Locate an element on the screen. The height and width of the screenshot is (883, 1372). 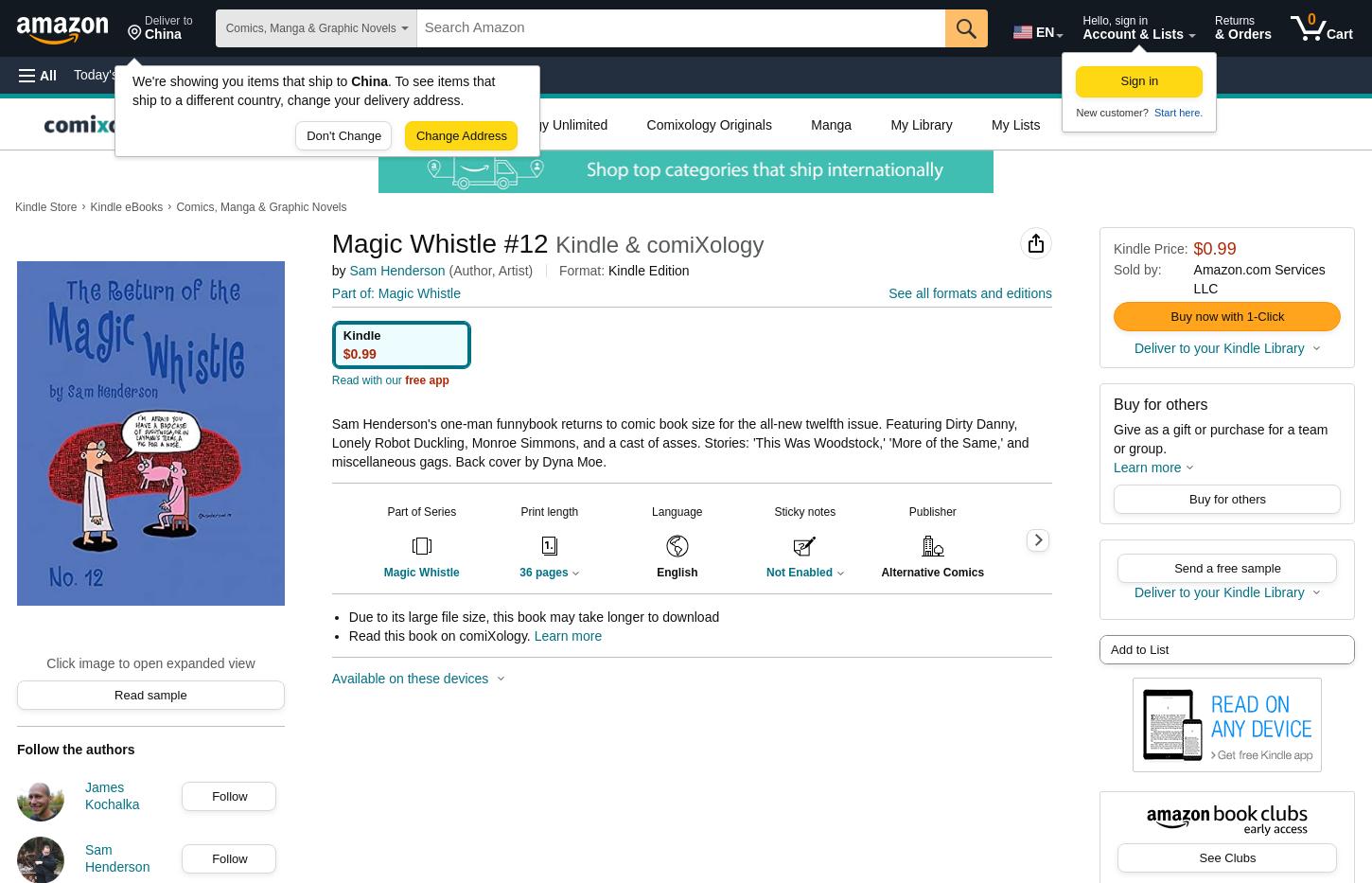
'Page Flip' is located at coordinates (1314, 510).